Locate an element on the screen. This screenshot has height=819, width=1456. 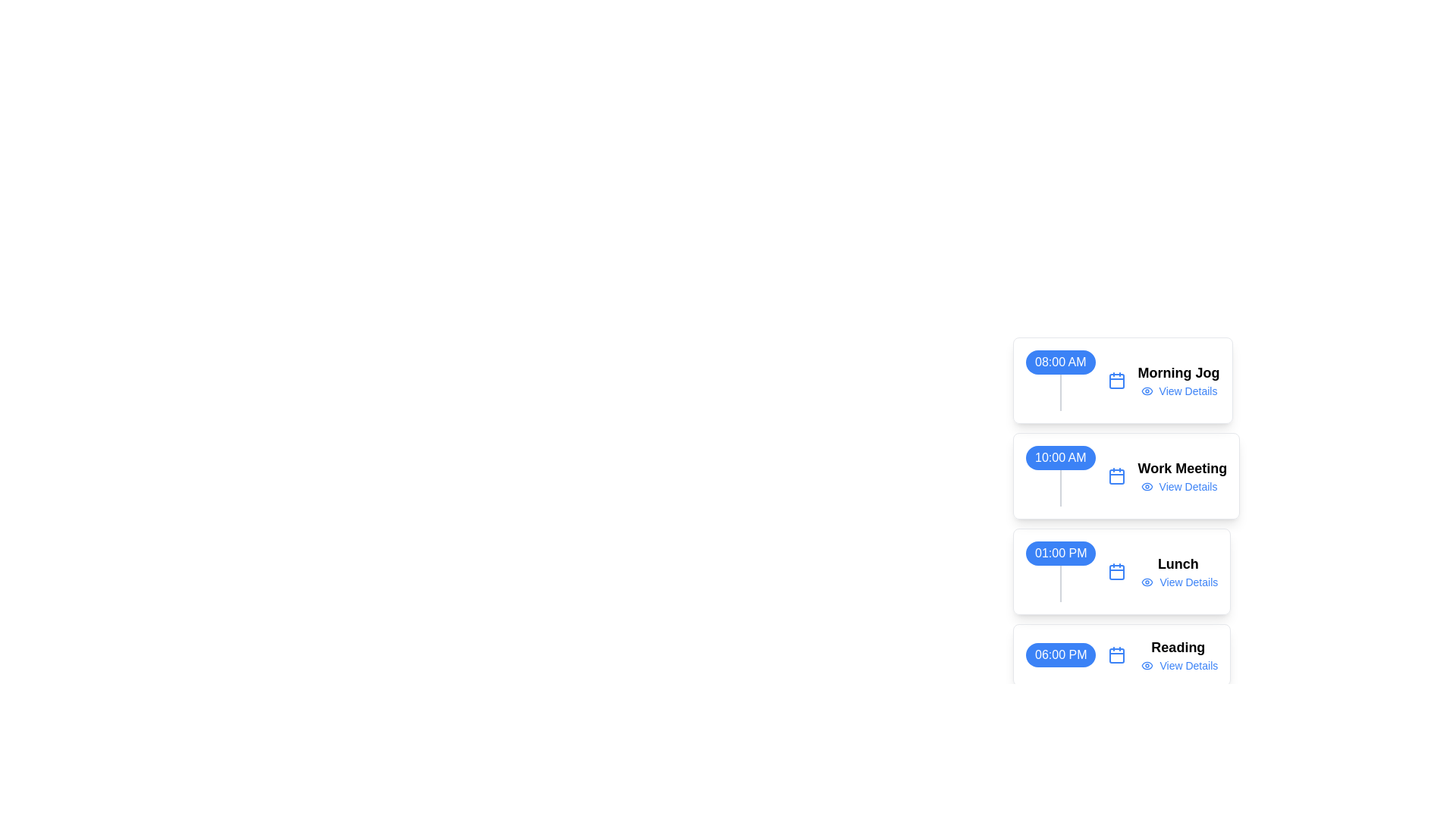
the 'View Details' link in the timeline event block titled 'Work Meeting', located in the second row under '10:00 AM' is located at coordinates (1166, 475).